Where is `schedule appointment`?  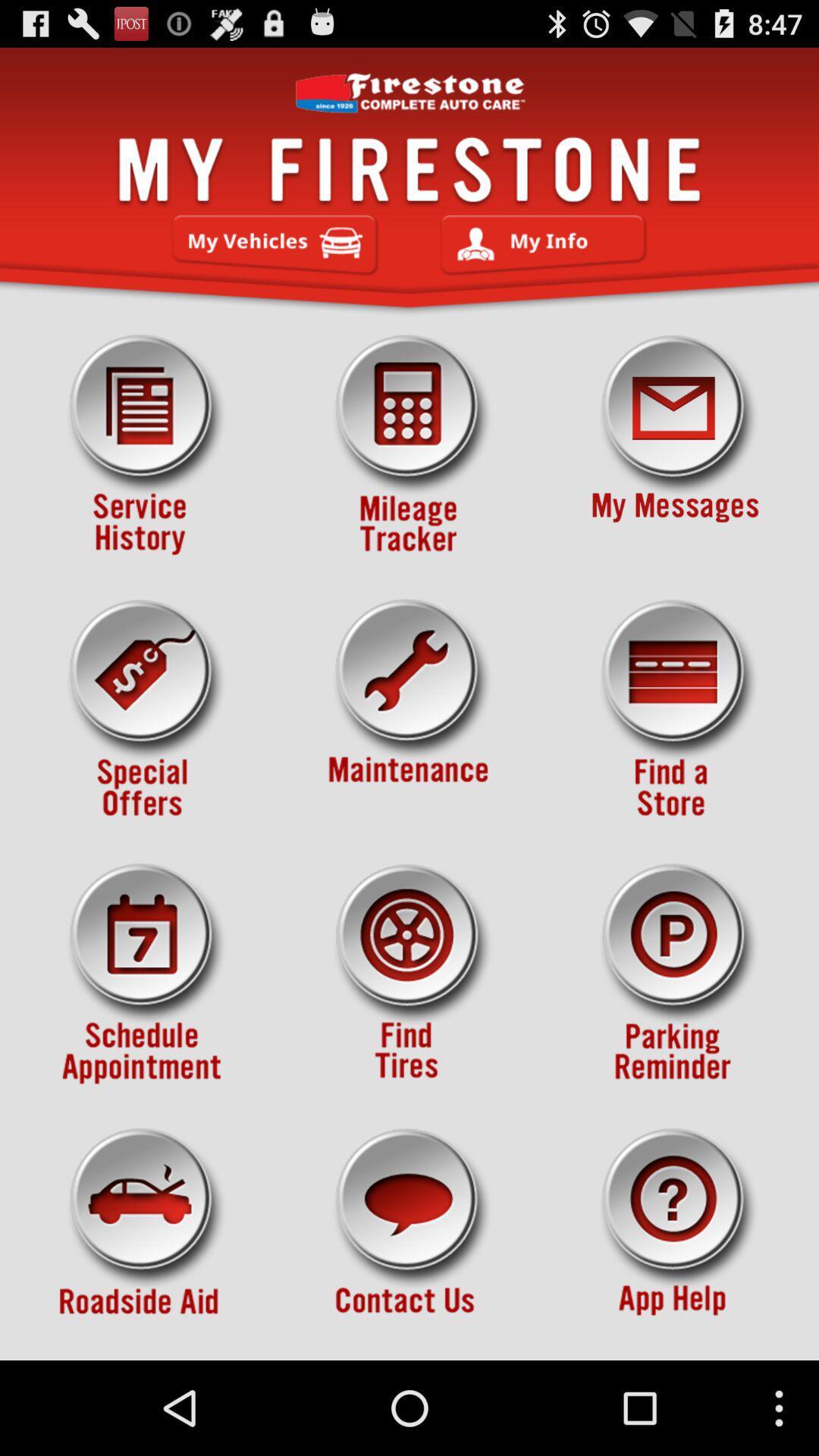
schedule appointment is located at coordinates (143, 974).